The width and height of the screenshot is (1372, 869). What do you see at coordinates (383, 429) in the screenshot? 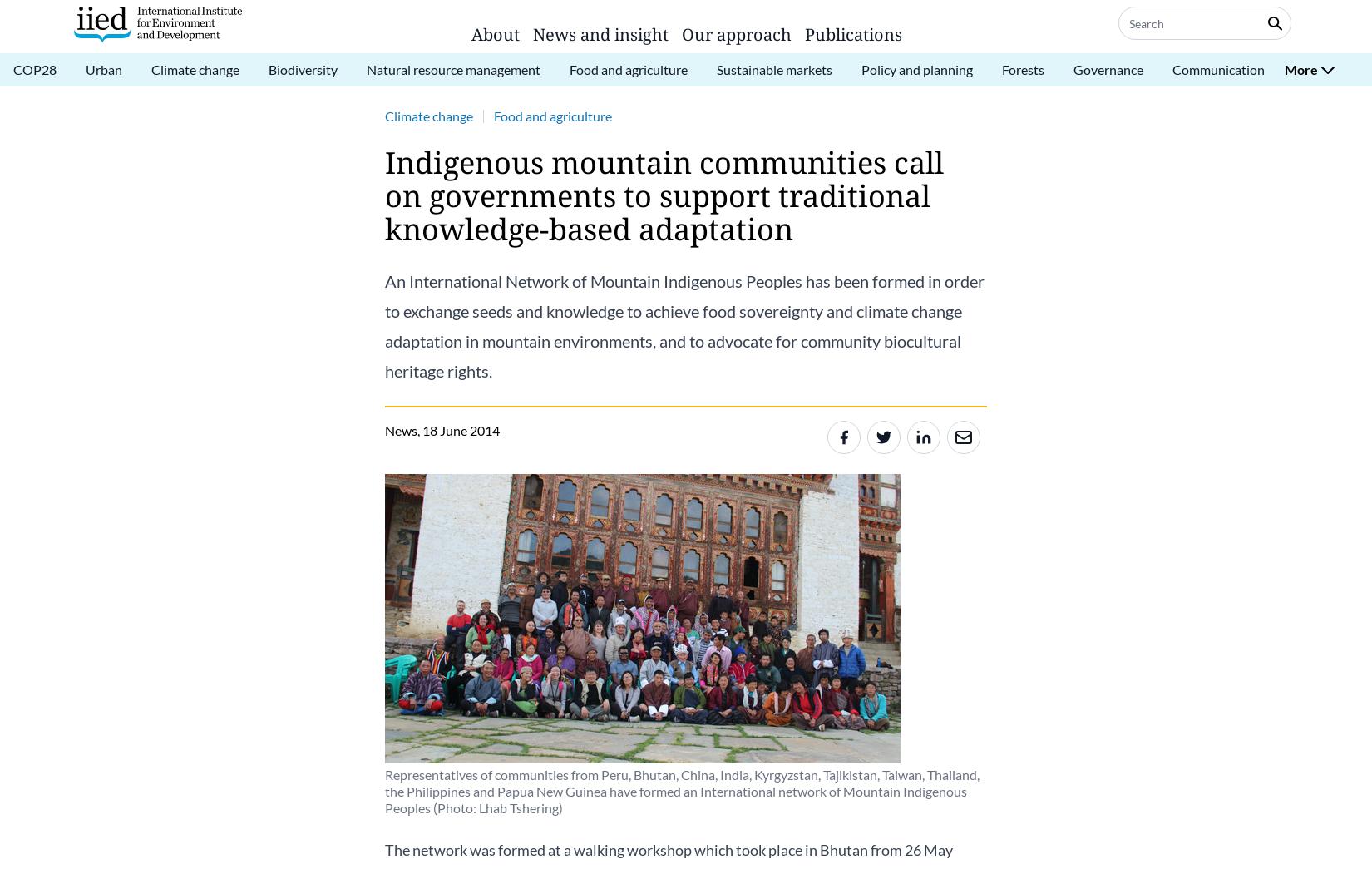
I see `'News, 18 June 2014'` at bounding box center [383, 429].